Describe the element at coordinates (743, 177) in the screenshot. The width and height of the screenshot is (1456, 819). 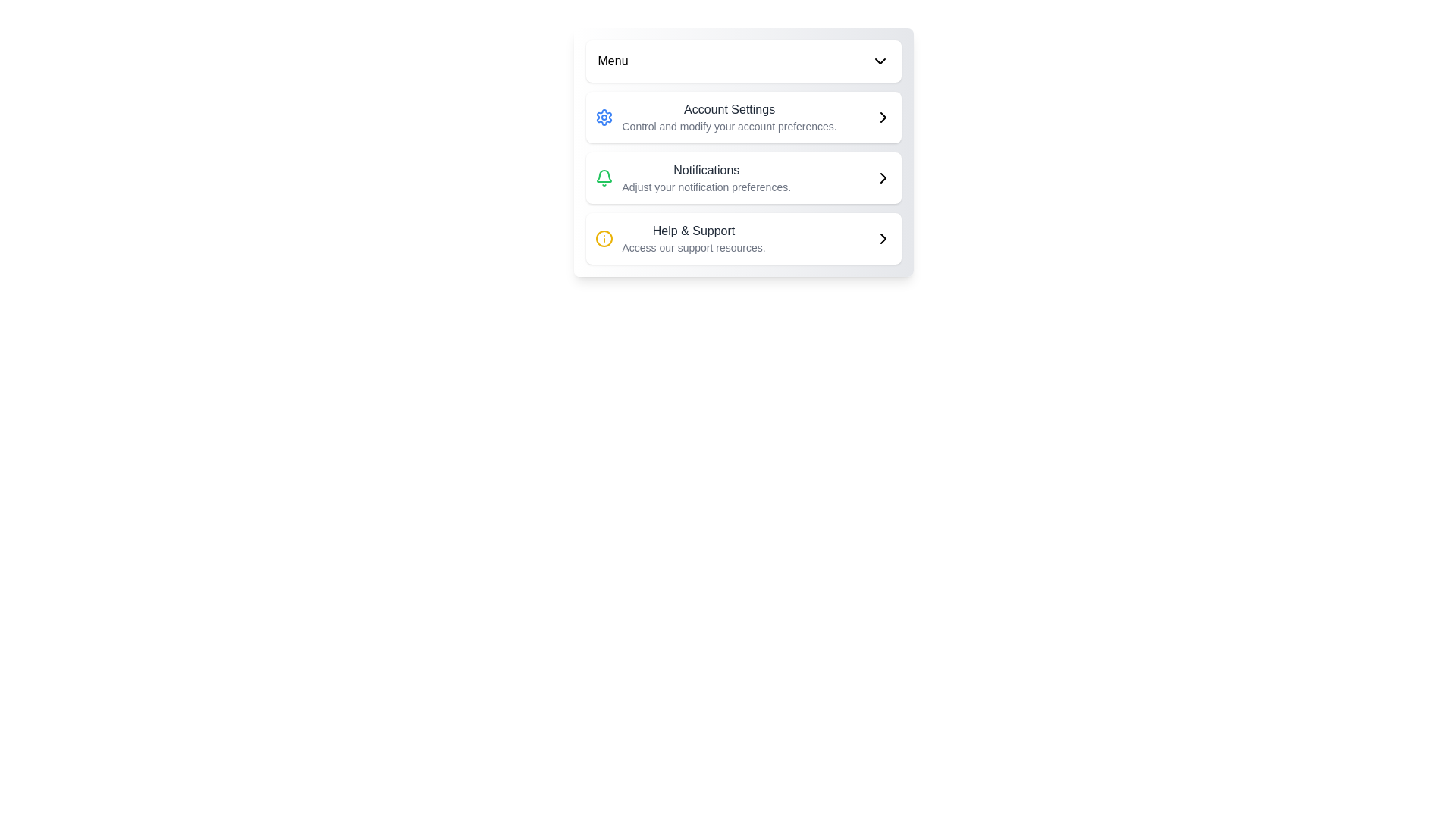
I see `the interactive menu item link for managing notification preferences, located` at that location.